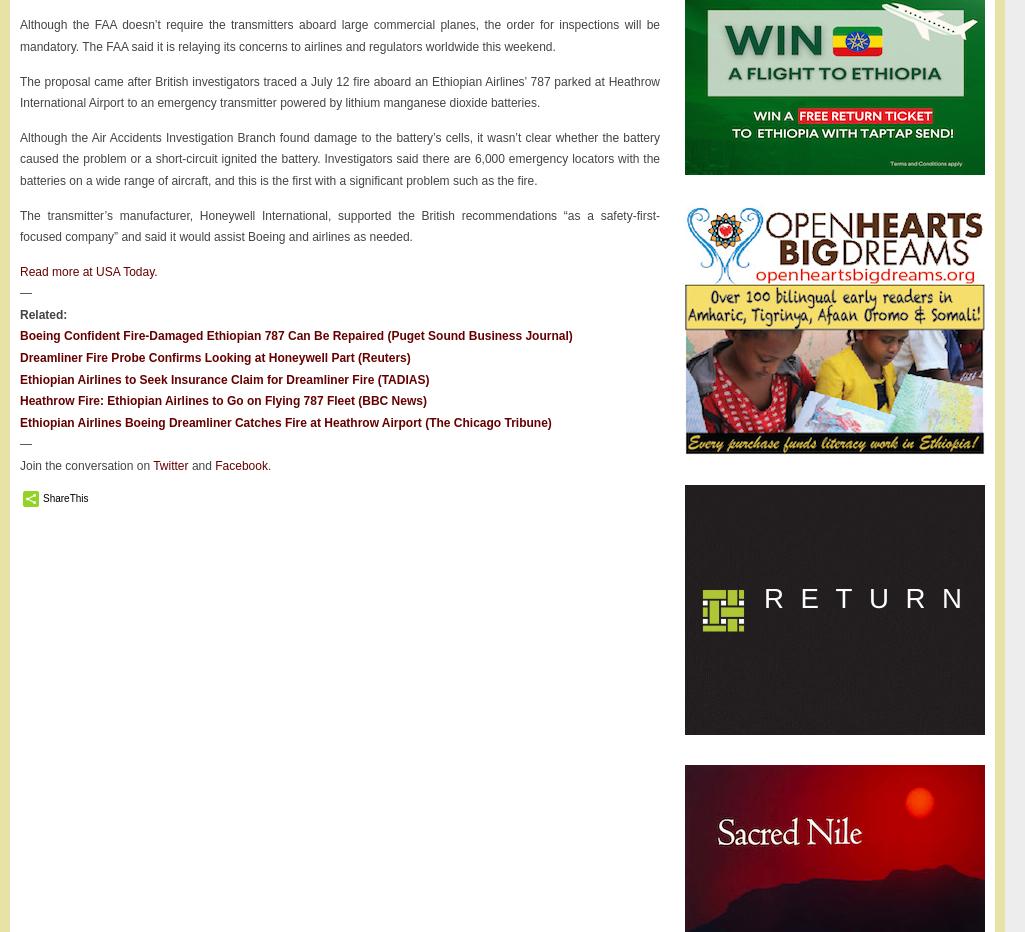 The width and height of the screenshot is (1025, 932). What do you see at coordinates (239, 466) in the screenshot?
I see `'Facebook'` at bounding box center [239, 466].